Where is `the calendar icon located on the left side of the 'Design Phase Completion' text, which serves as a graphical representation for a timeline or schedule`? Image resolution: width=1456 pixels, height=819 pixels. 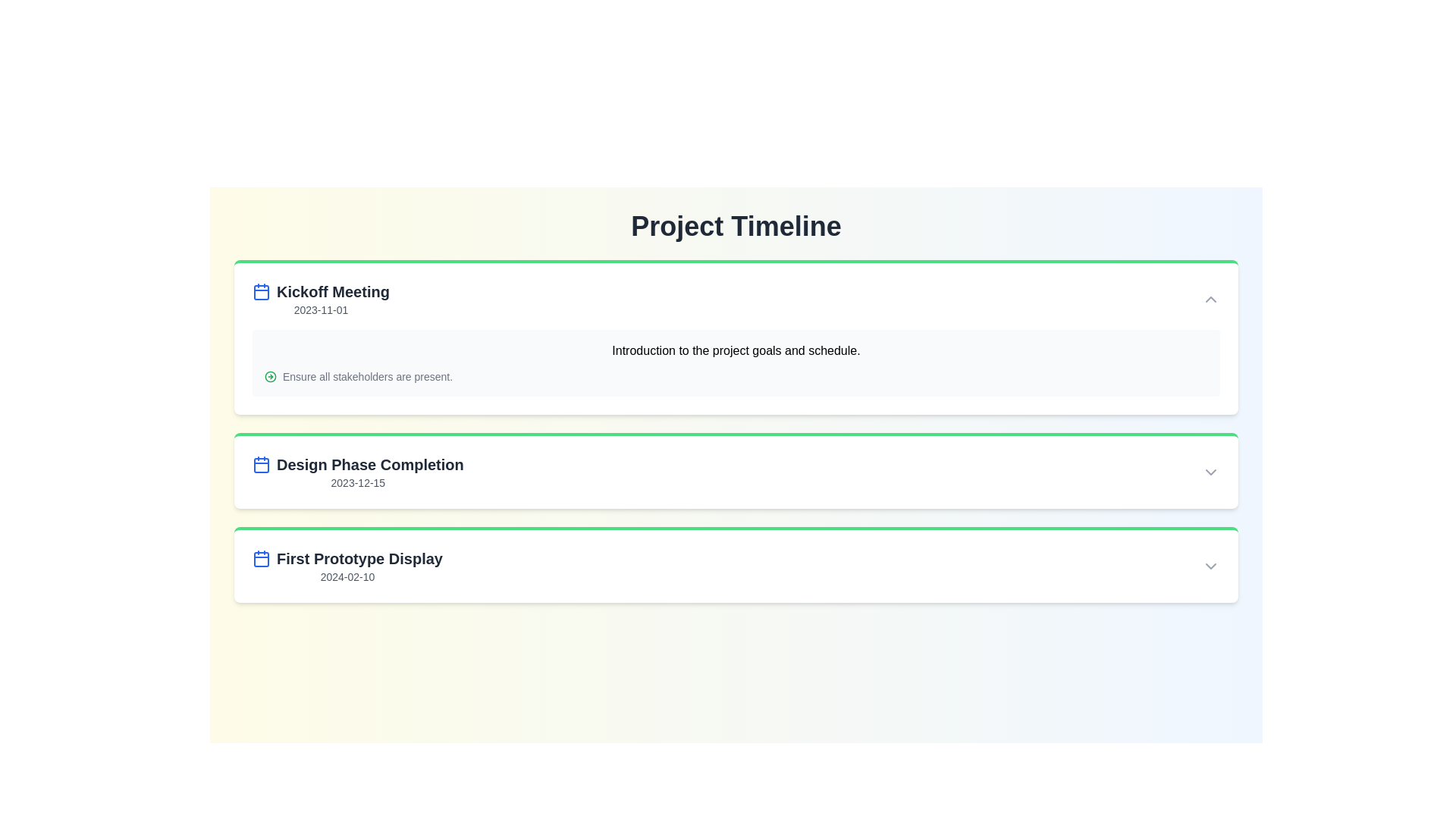
the calendar icon located on the left side of the 'Design Phase Completion' text, which serves as a graphical representation for a timeline or schedule is located at coordinates (262, 464).